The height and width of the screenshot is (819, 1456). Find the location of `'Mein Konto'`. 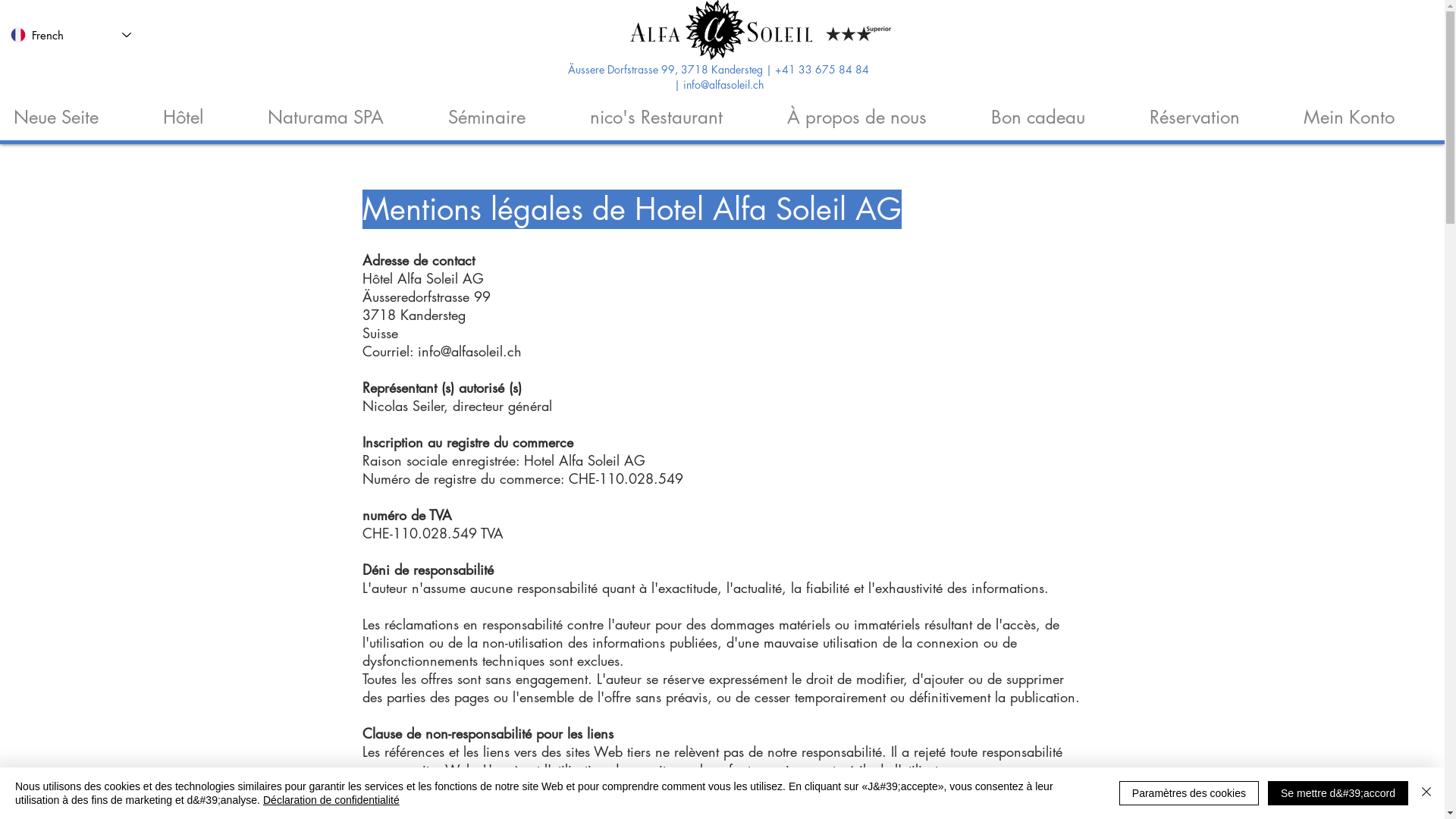

'Mein Konto' is located at coordinates (1367, 109).